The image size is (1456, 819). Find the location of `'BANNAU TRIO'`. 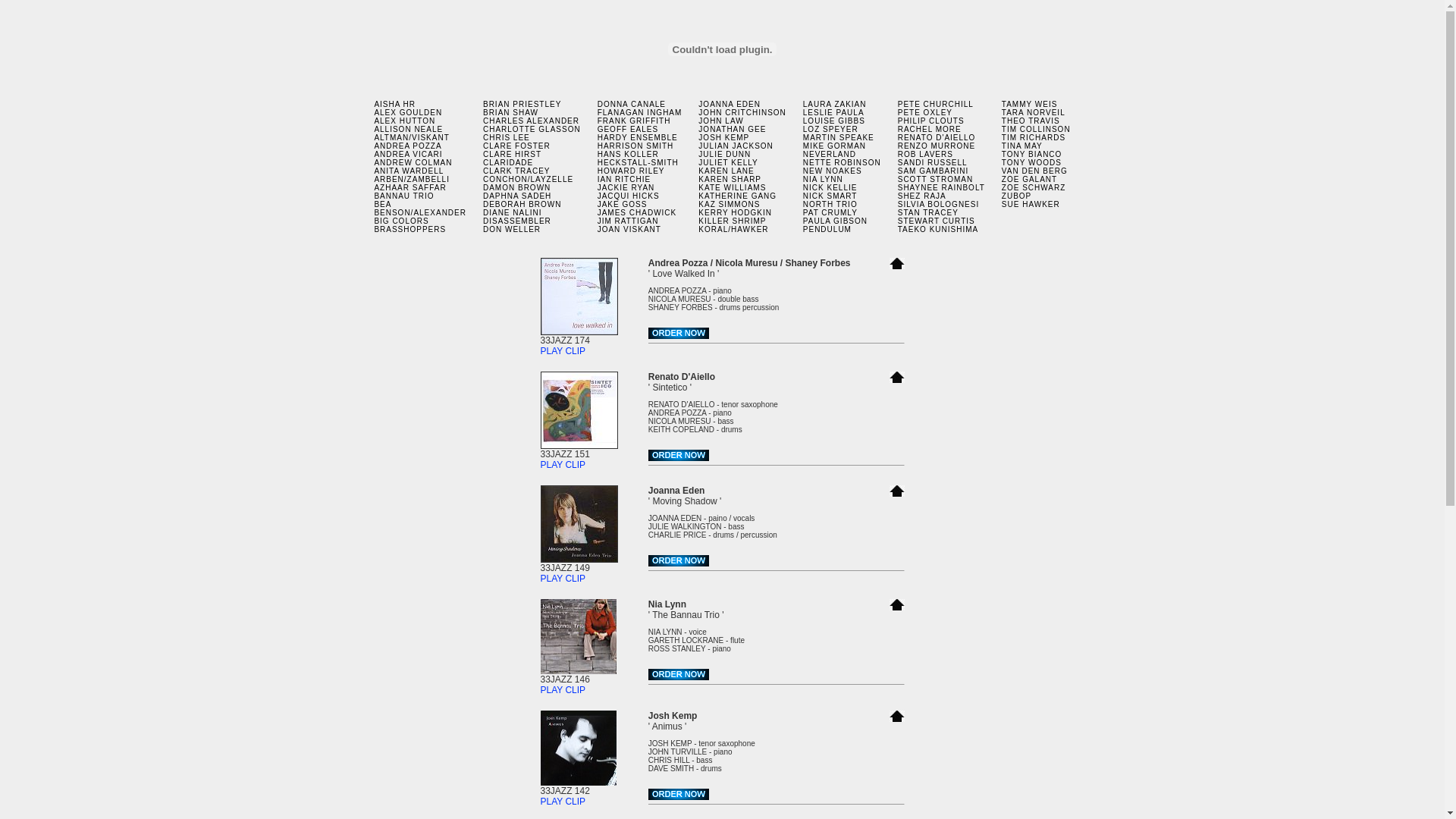

'BANNAU TRIO' is located at coordinates (403, 195).